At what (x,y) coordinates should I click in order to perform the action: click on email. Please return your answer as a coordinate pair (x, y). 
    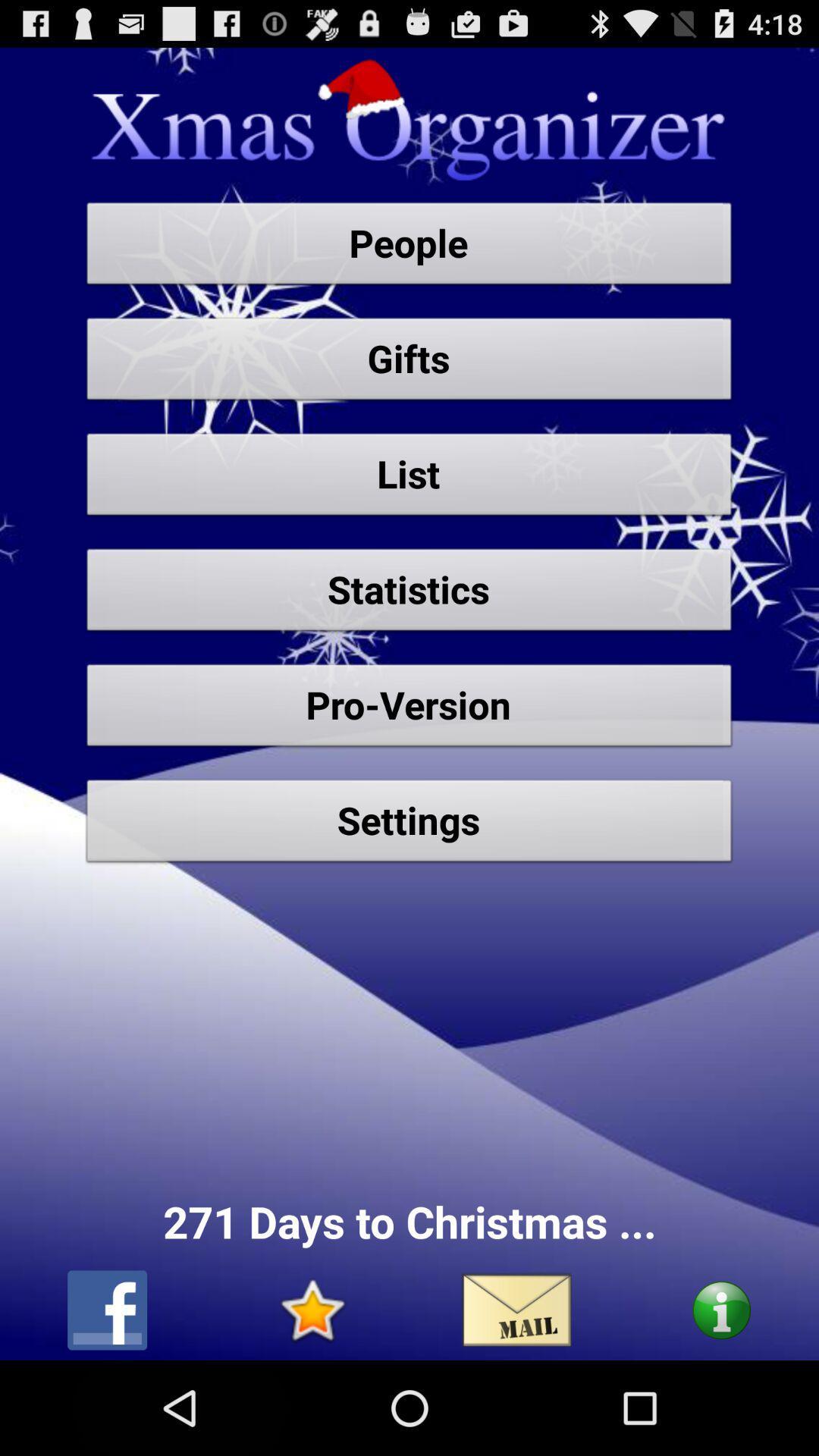
    Looking at the image, I should click on (516, 1310).